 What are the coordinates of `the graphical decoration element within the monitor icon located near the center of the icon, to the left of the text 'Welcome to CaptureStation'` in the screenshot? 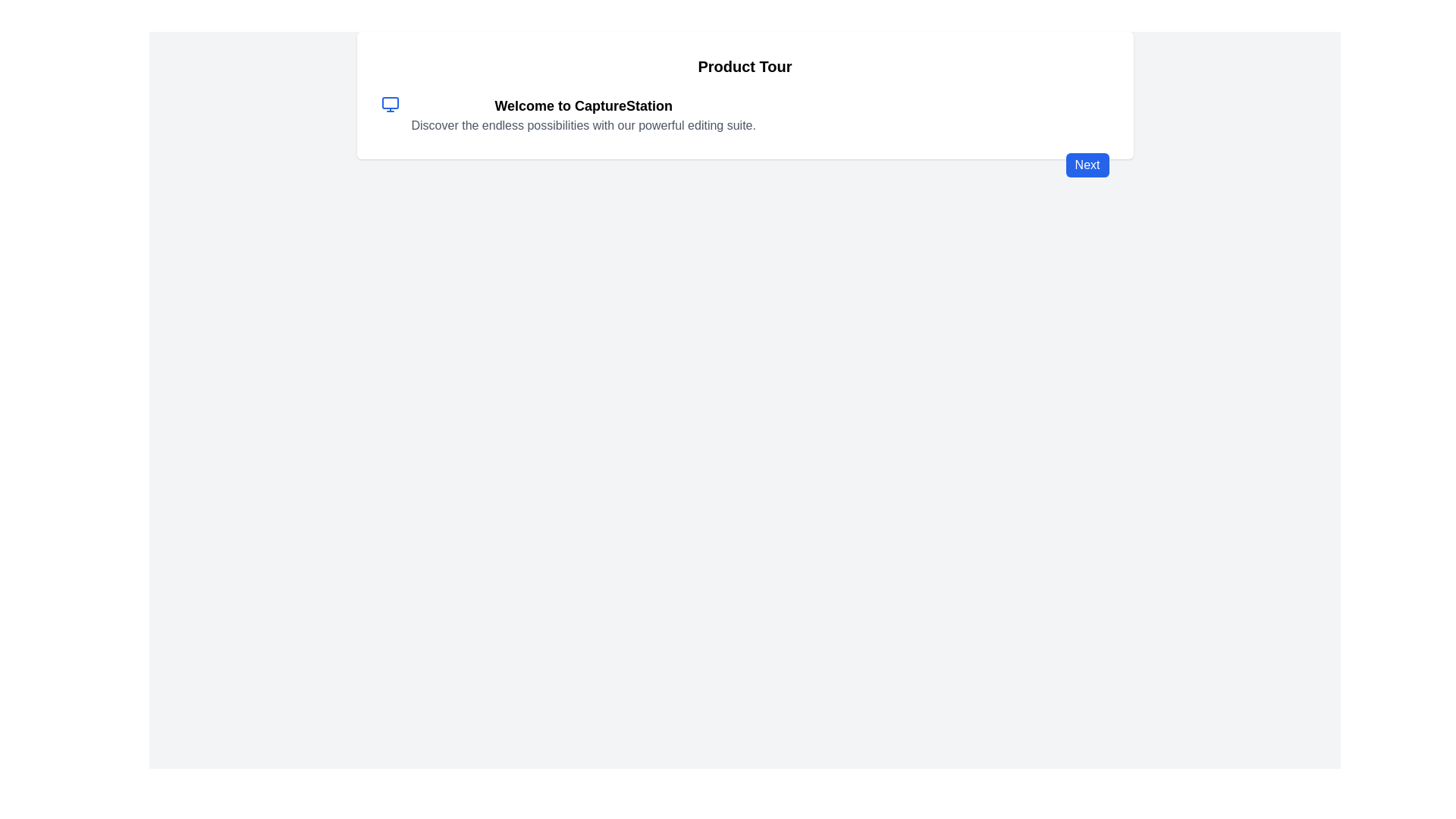 It's located at (390, 102).